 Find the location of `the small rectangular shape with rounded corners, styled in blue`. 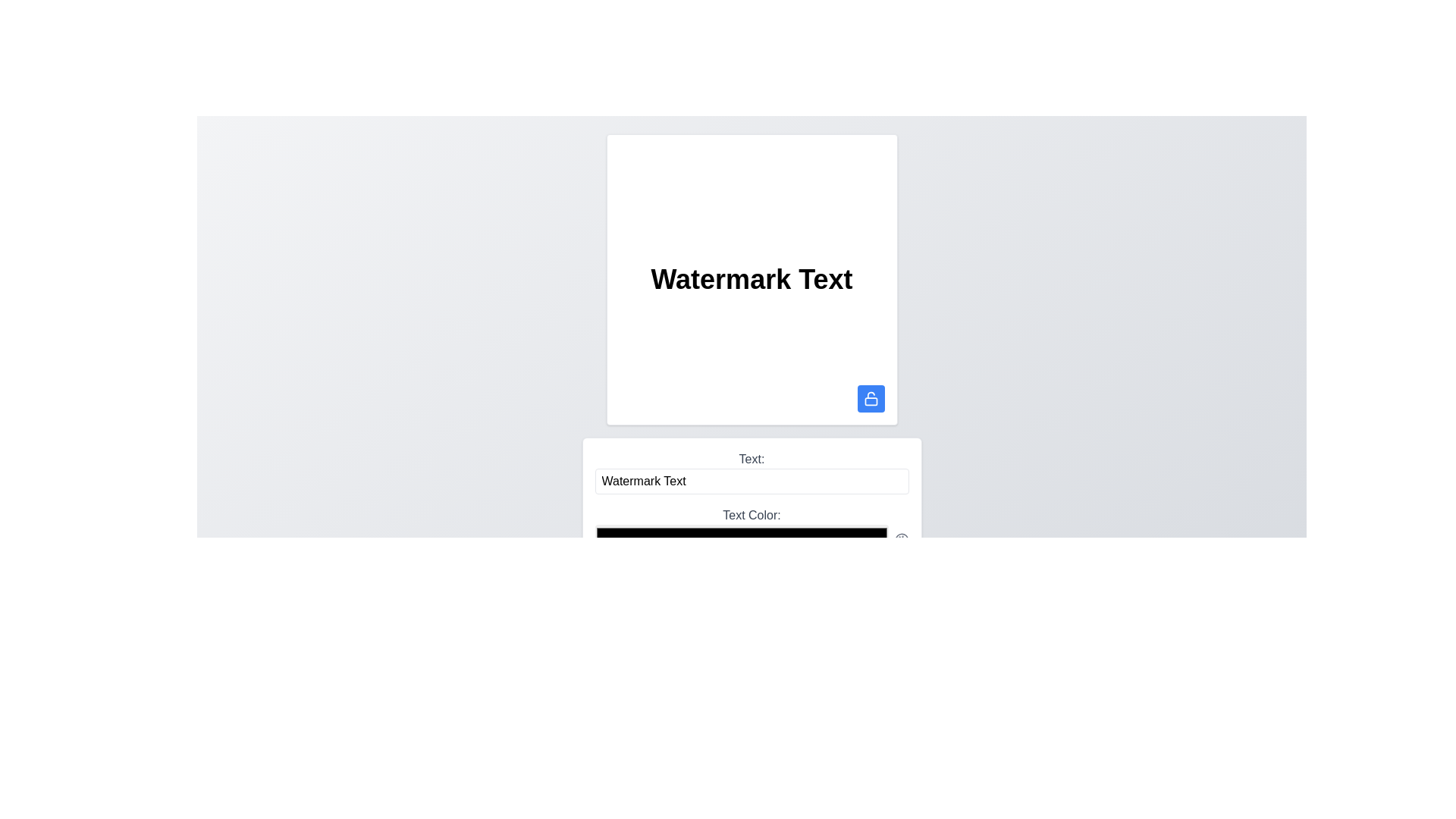

the small rectangular shape with rounded corners, styled in blue is located at coordinates (871, 400).